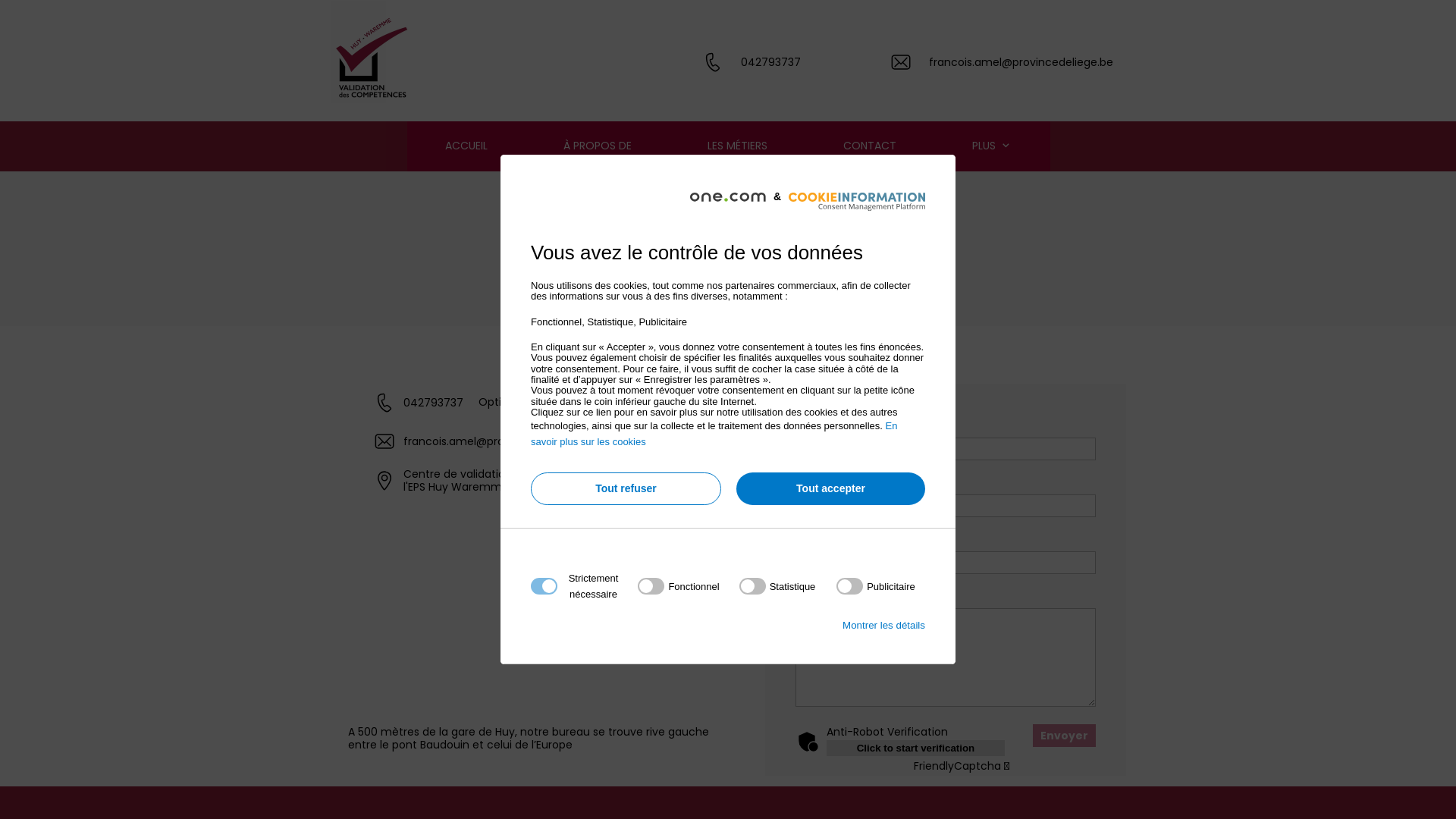 The image size is (1456, 819). I want to click on 'Click to start verification', so click(915, 747).